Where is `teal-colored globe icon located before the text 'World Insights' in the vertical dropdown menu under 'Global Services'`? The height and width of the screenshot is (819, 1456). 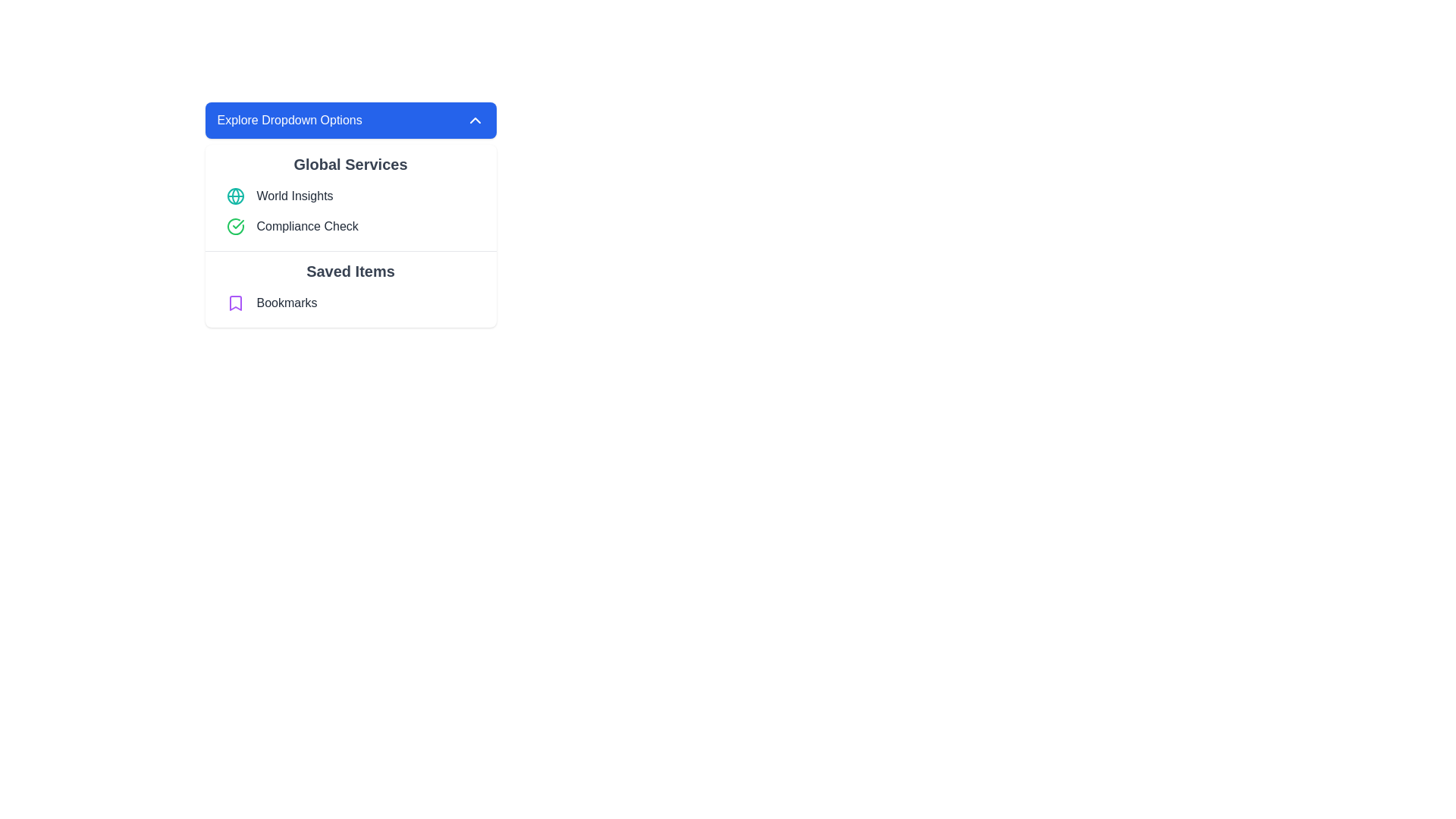 teal-colored globe icon located before the text 'World Insights' in the vertical dropdown menu under 'Global Services' is located at coordinates (234, 195).